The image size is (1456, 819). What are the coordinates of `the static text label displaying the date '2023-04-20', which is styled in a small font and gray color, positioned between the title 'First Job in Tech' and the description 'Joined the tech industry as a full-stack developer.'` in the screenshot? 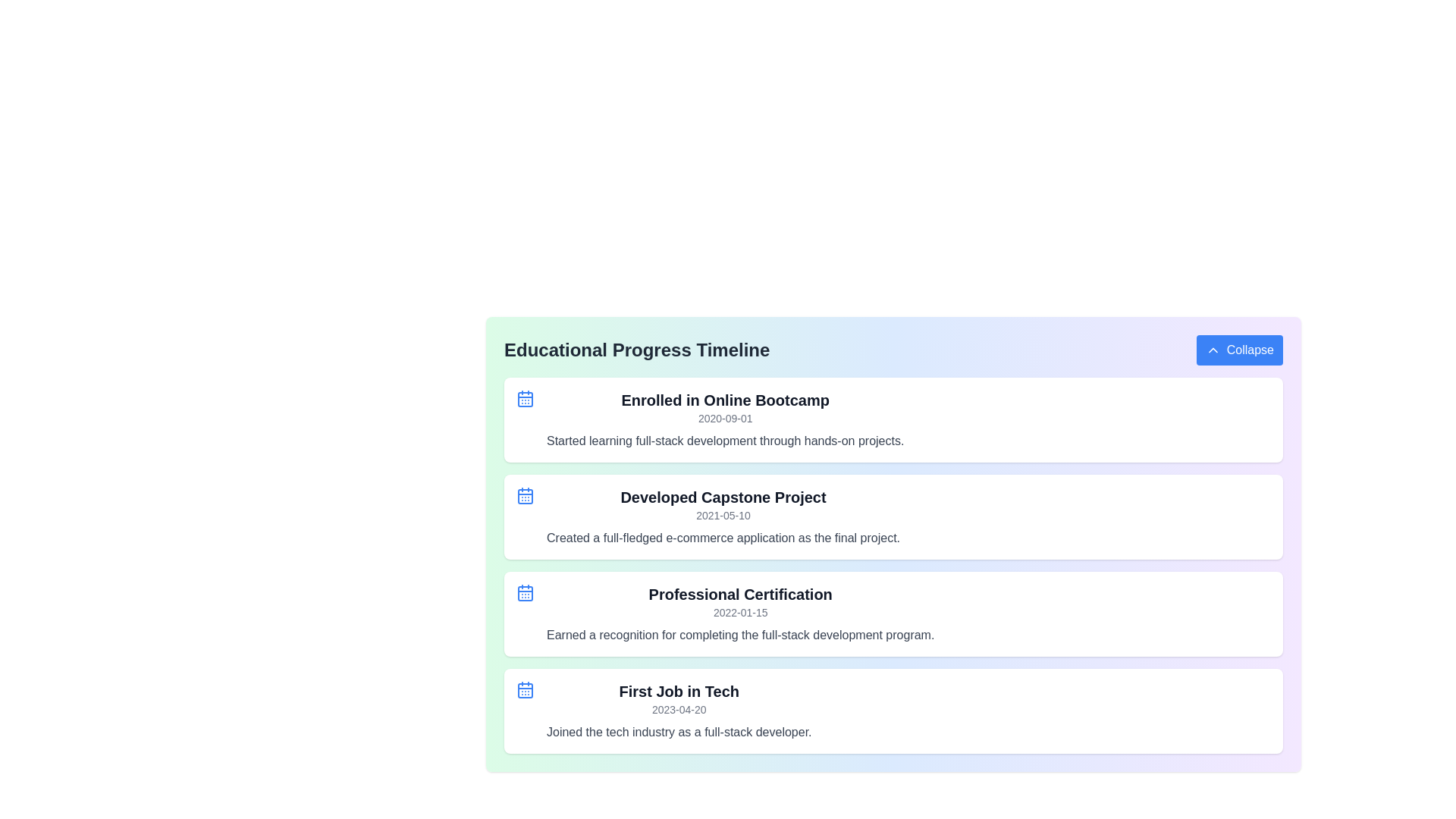 It's located at (678, 710).